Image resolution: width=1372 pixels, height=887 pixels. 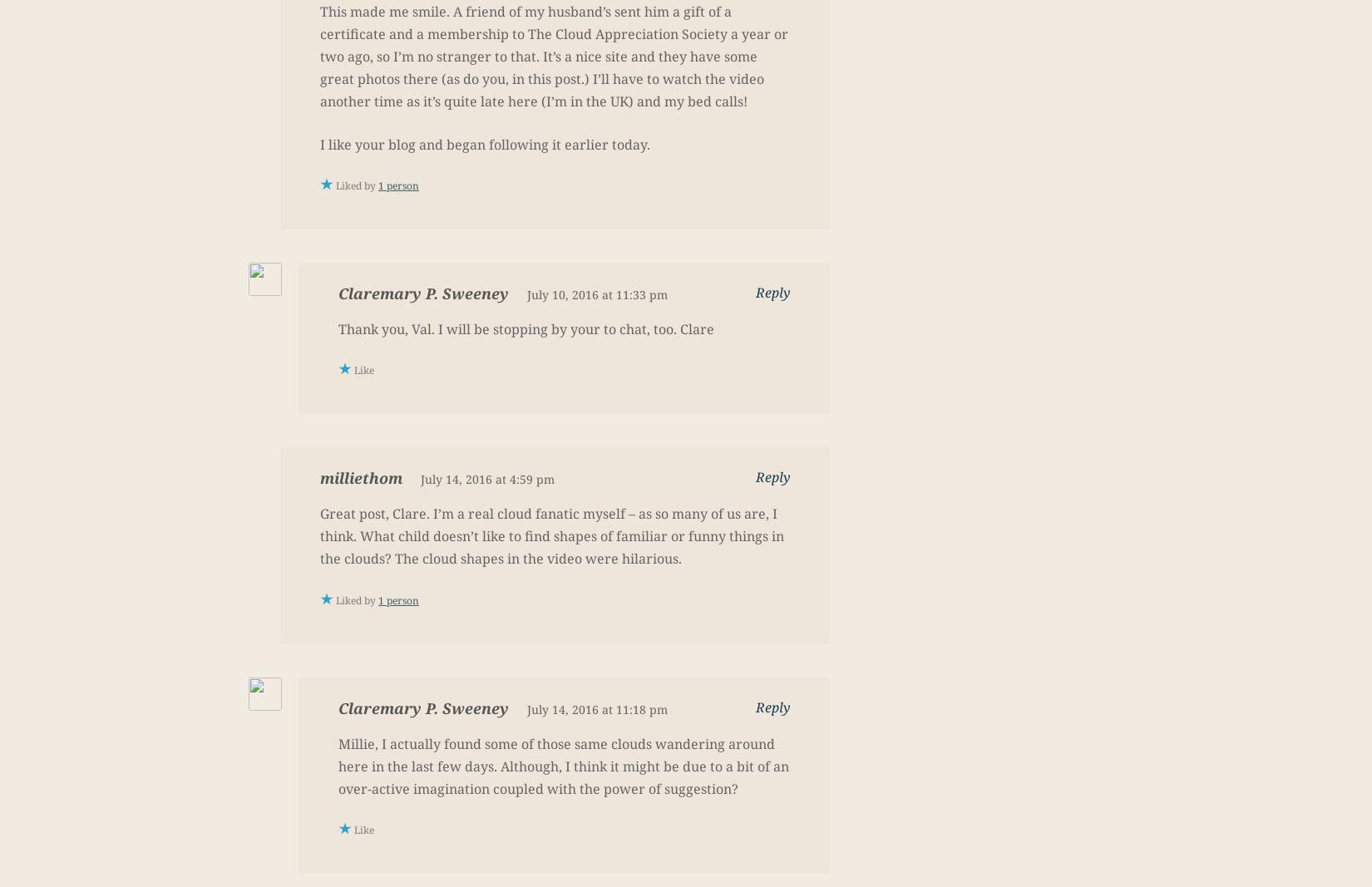 I want to click on 'This made me smile. A friend of my husband’s sent him a gift of a certificate and a membership to The Cloud Appreciation Society a year or two ago, so I’m no stranger to that. It’s a nice site and they have some great photos there (as do you, in this post.)  I’ll have to watch the video another time as it’s quite late here (I’m in the UK) and my bed calls!', so click(x=553, y=55).